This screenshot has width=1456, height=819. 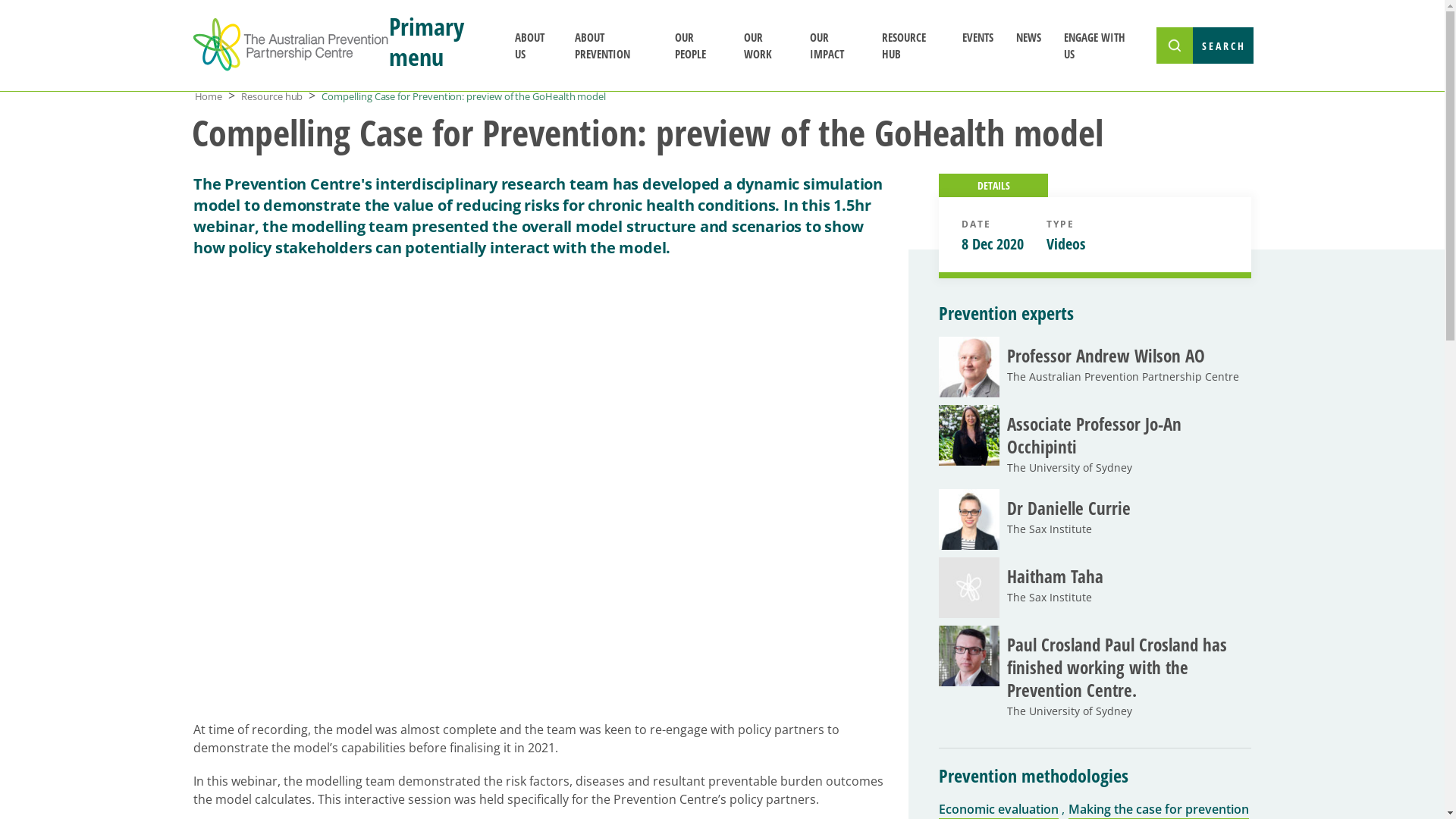 I want to click on 'EVENTS', so click(x=977, y=36).